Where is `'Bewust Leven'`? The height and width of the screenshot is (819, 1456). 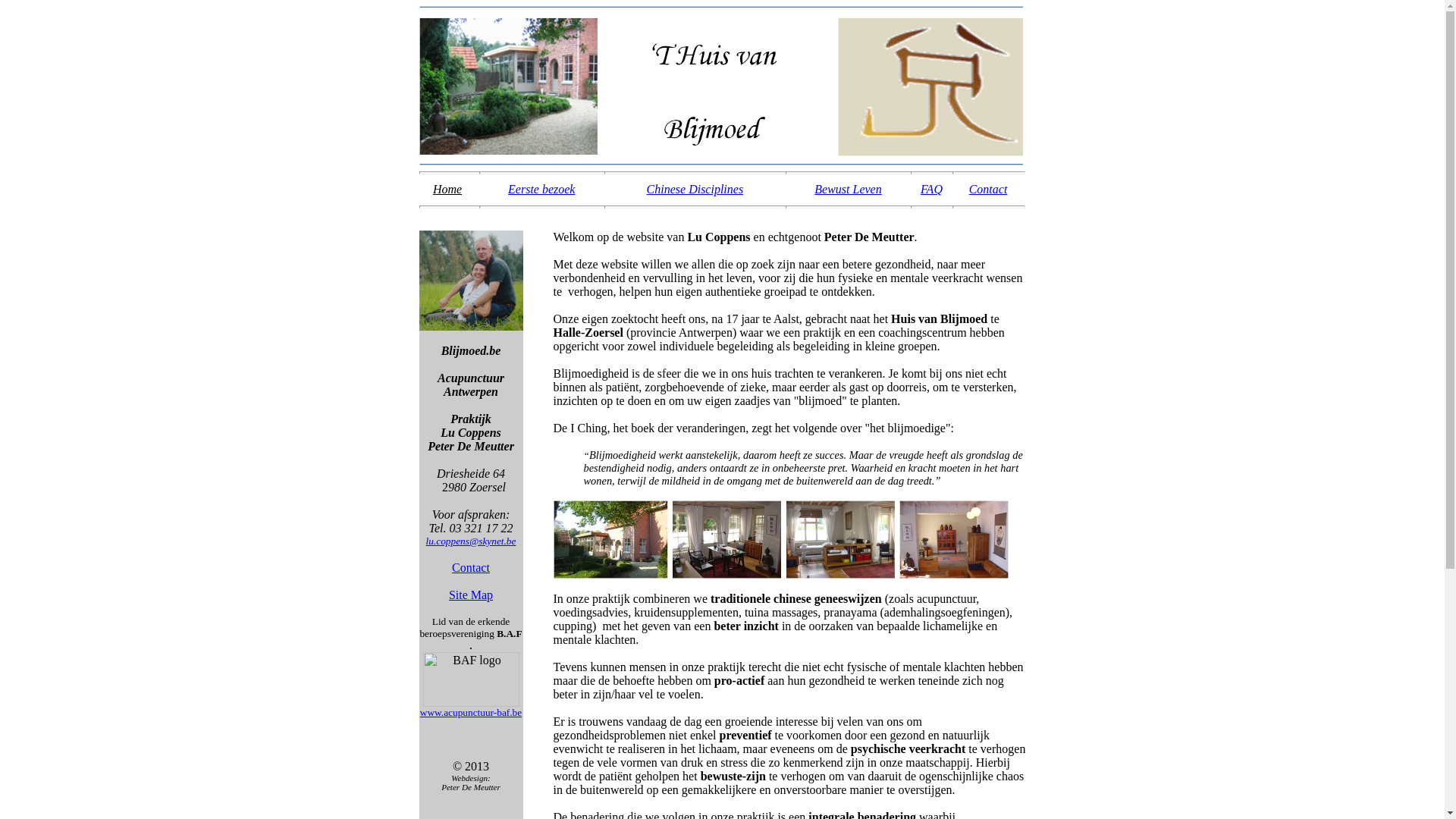
'Bewust Leven' is located at coordinates (847, 188).